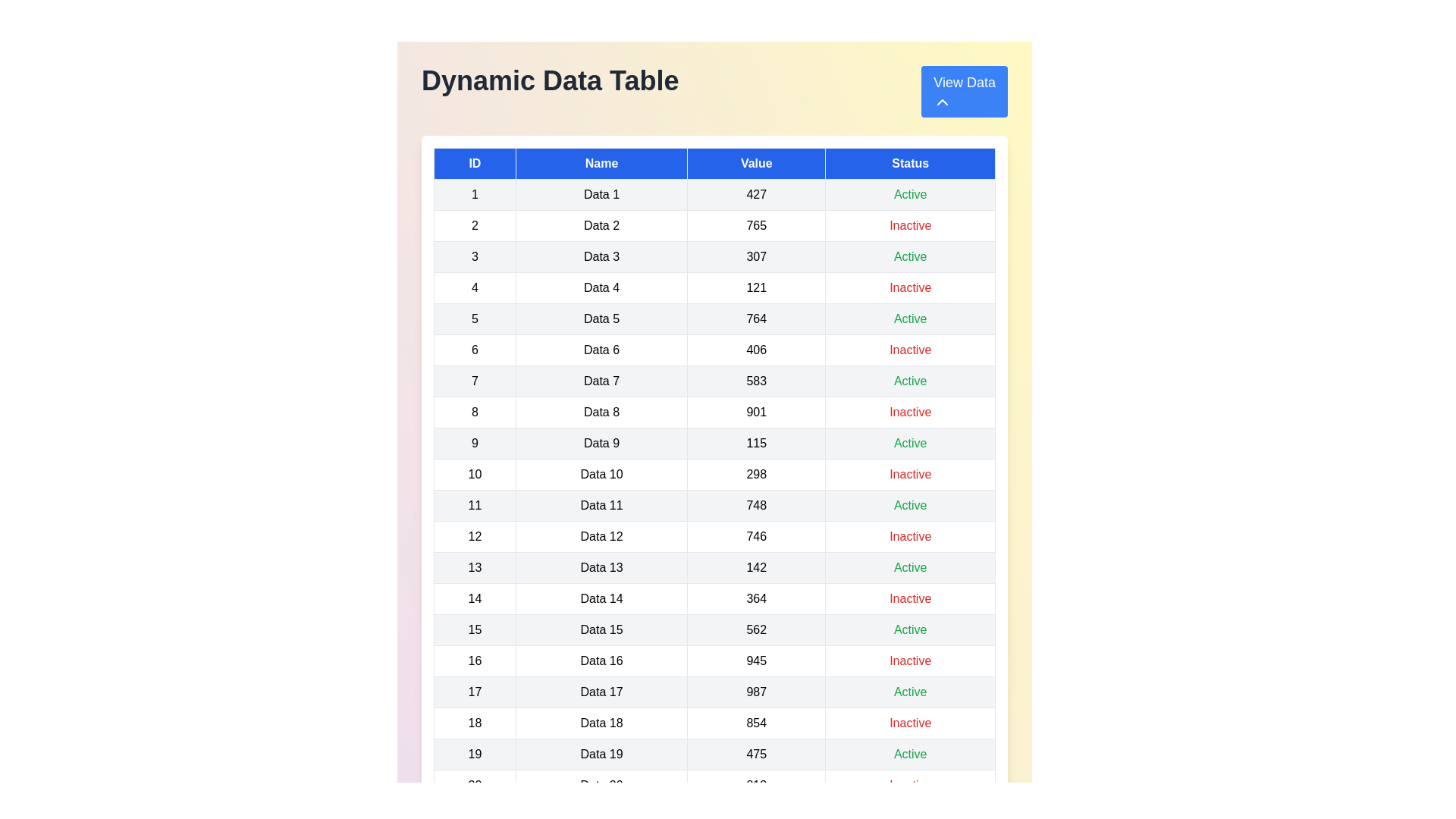 The height and width of the screenshot is (819, 1456). I want to click on the header of the column to sort by Name, so click(601, 164).